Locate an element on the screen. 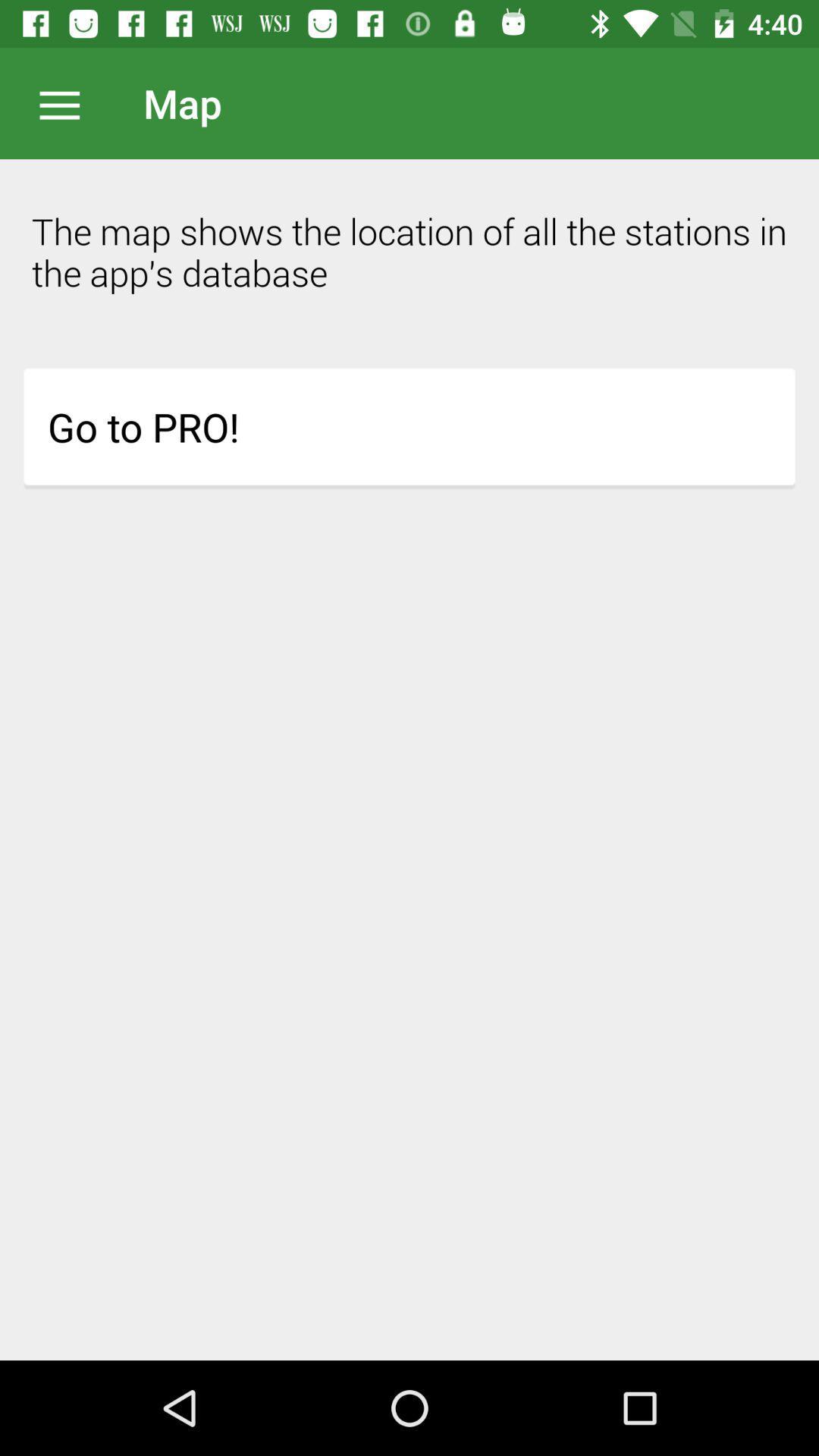 The height and width of the screenshot is (1456, 819). menu options is located at coordinates (67, 102).